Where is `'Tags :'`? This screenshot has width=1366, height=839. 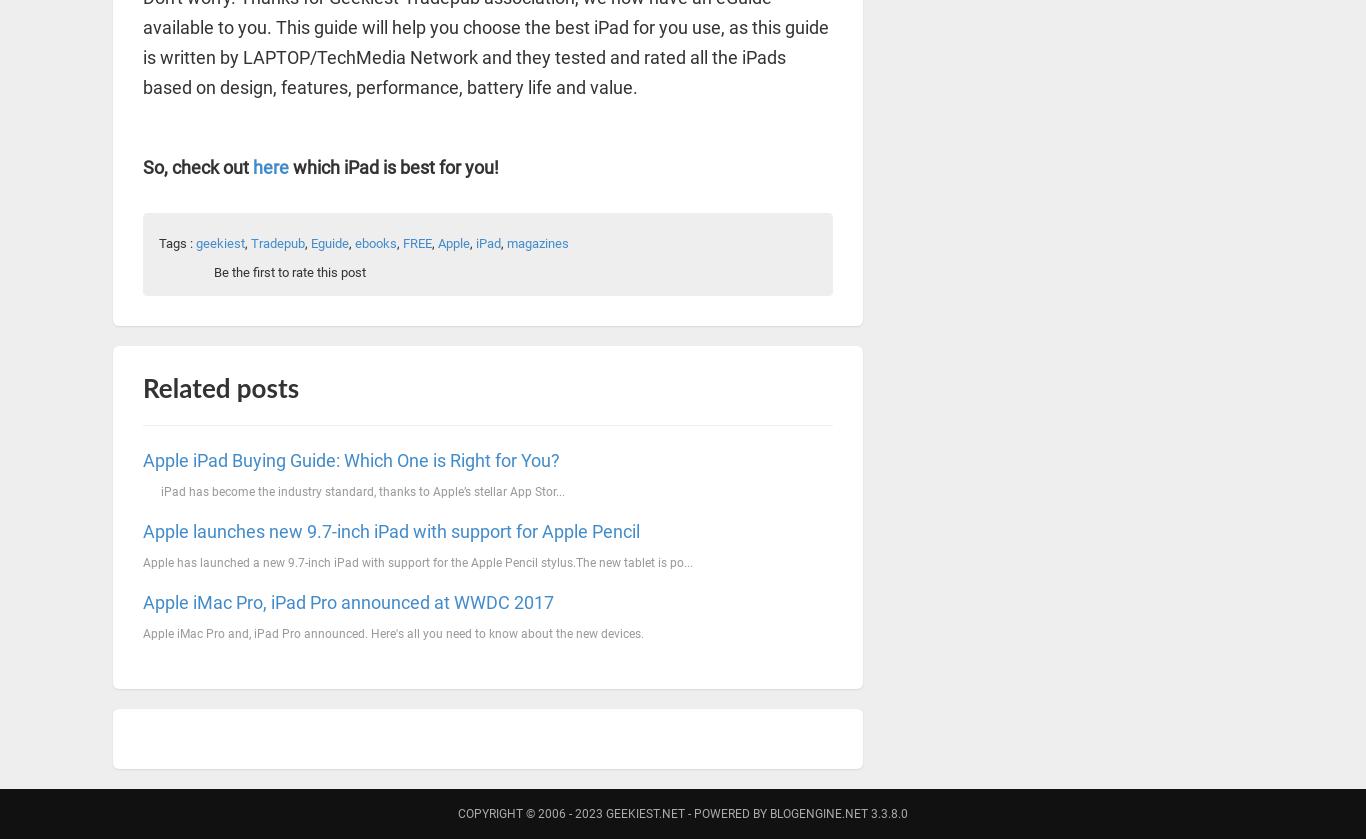
'Tags :' is located at coordinates (176, 243).